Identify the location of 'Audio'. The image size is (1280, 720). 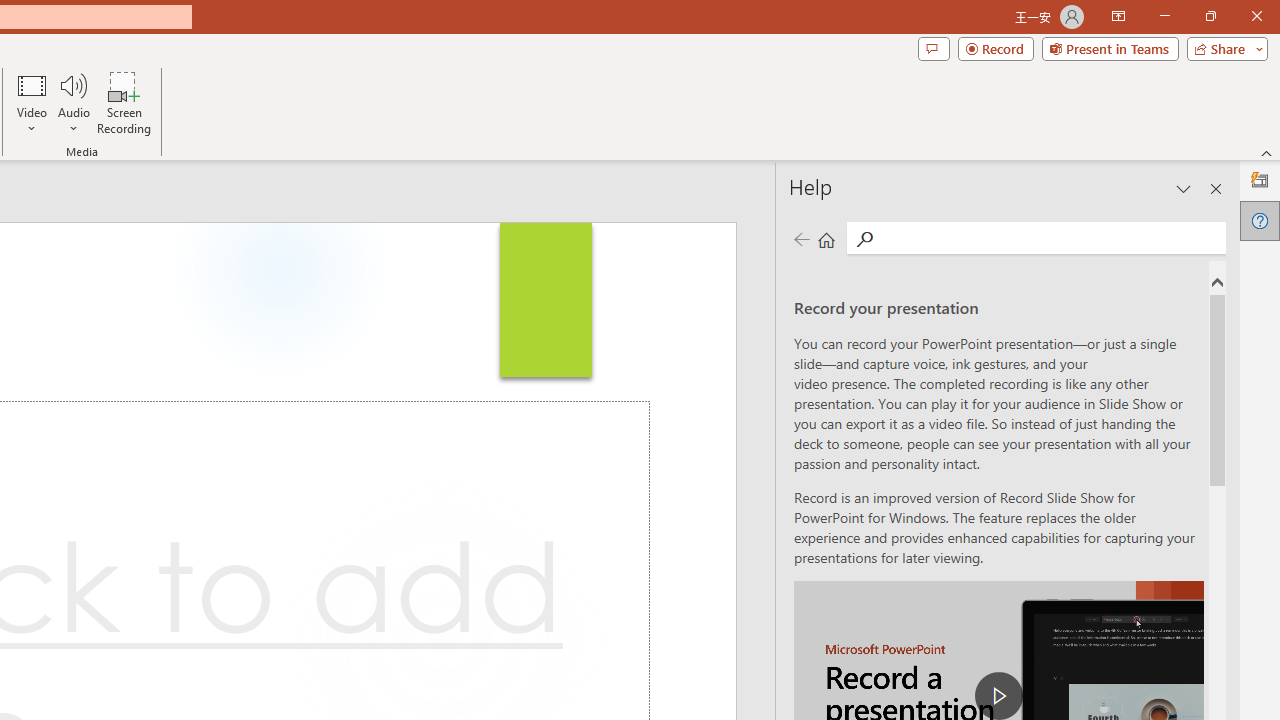
(73, 103).